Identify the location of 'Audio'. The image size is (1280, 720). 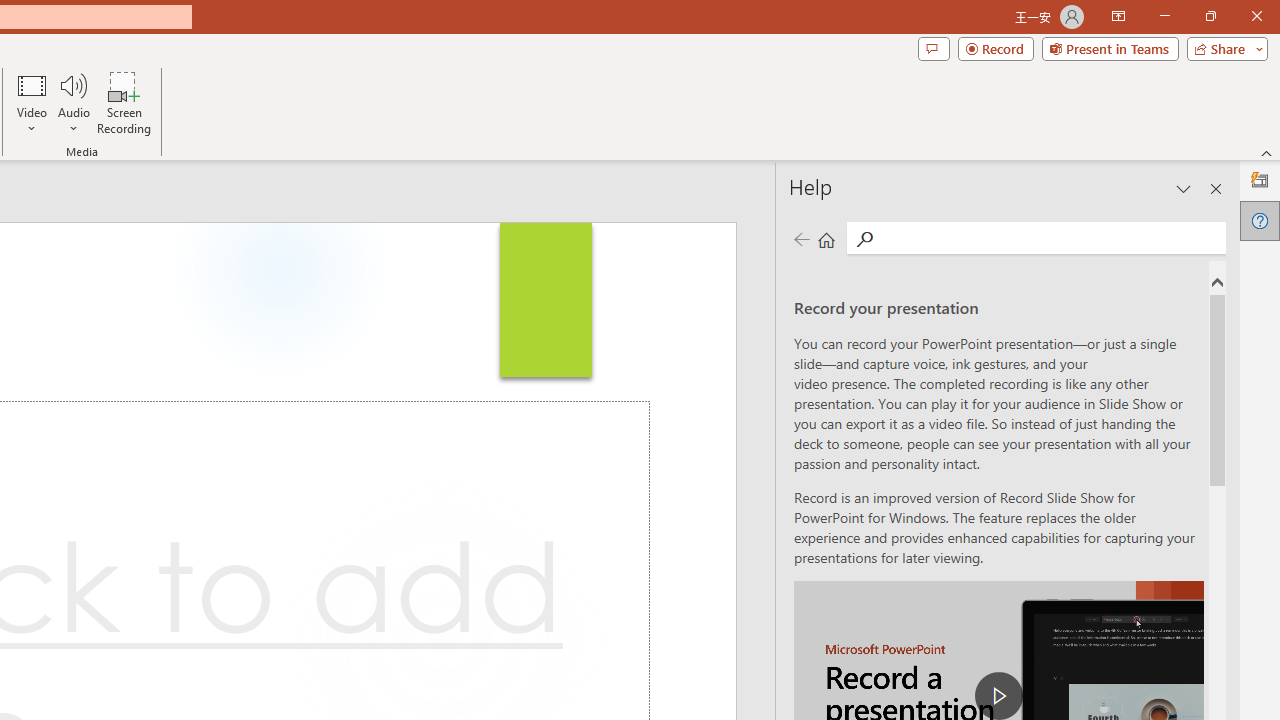
(73, 103).